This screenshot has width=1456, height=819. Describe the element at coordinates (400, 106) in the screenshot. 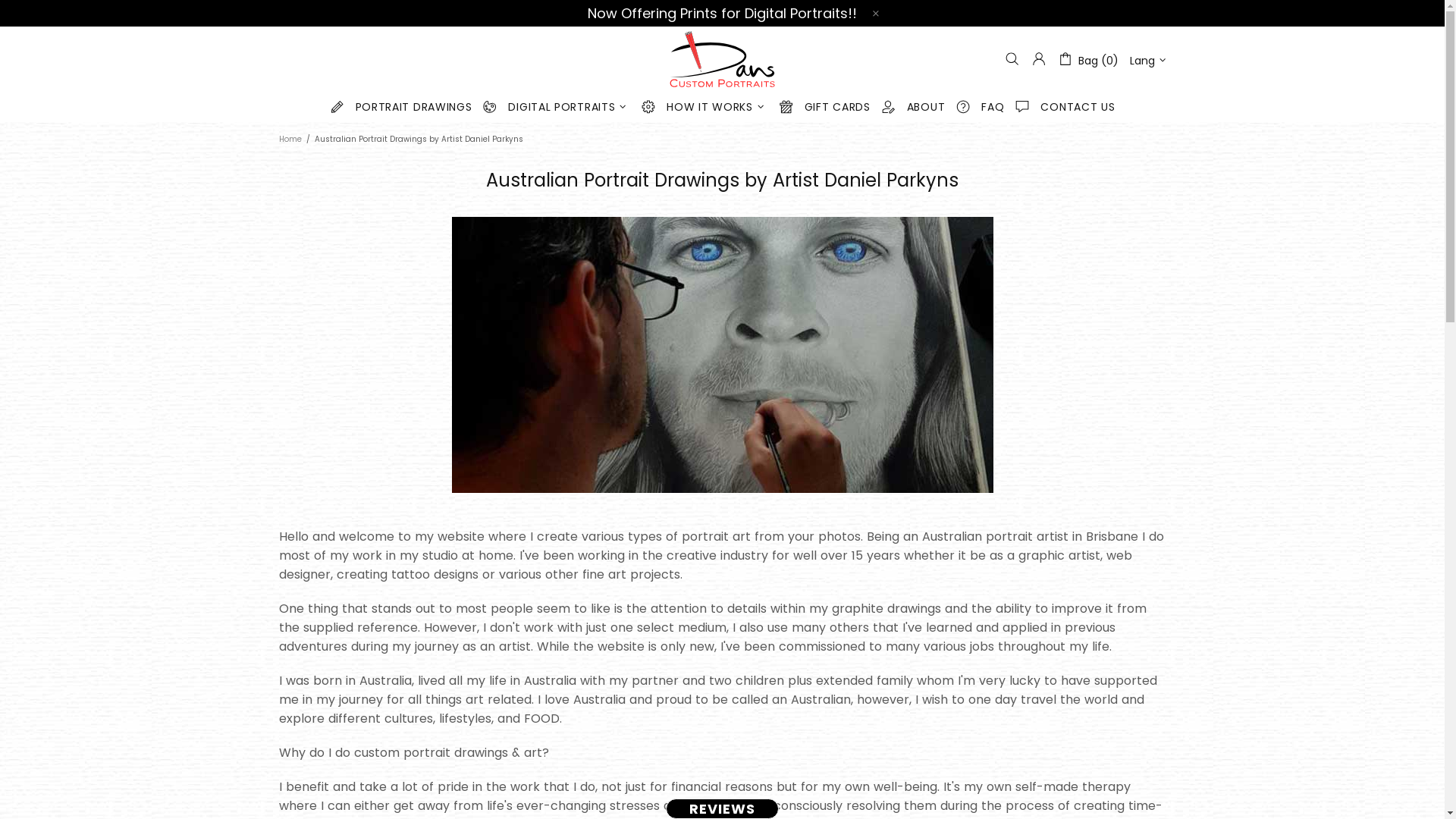

I see `'PORTRAIT DRAWINGS'` at that location.